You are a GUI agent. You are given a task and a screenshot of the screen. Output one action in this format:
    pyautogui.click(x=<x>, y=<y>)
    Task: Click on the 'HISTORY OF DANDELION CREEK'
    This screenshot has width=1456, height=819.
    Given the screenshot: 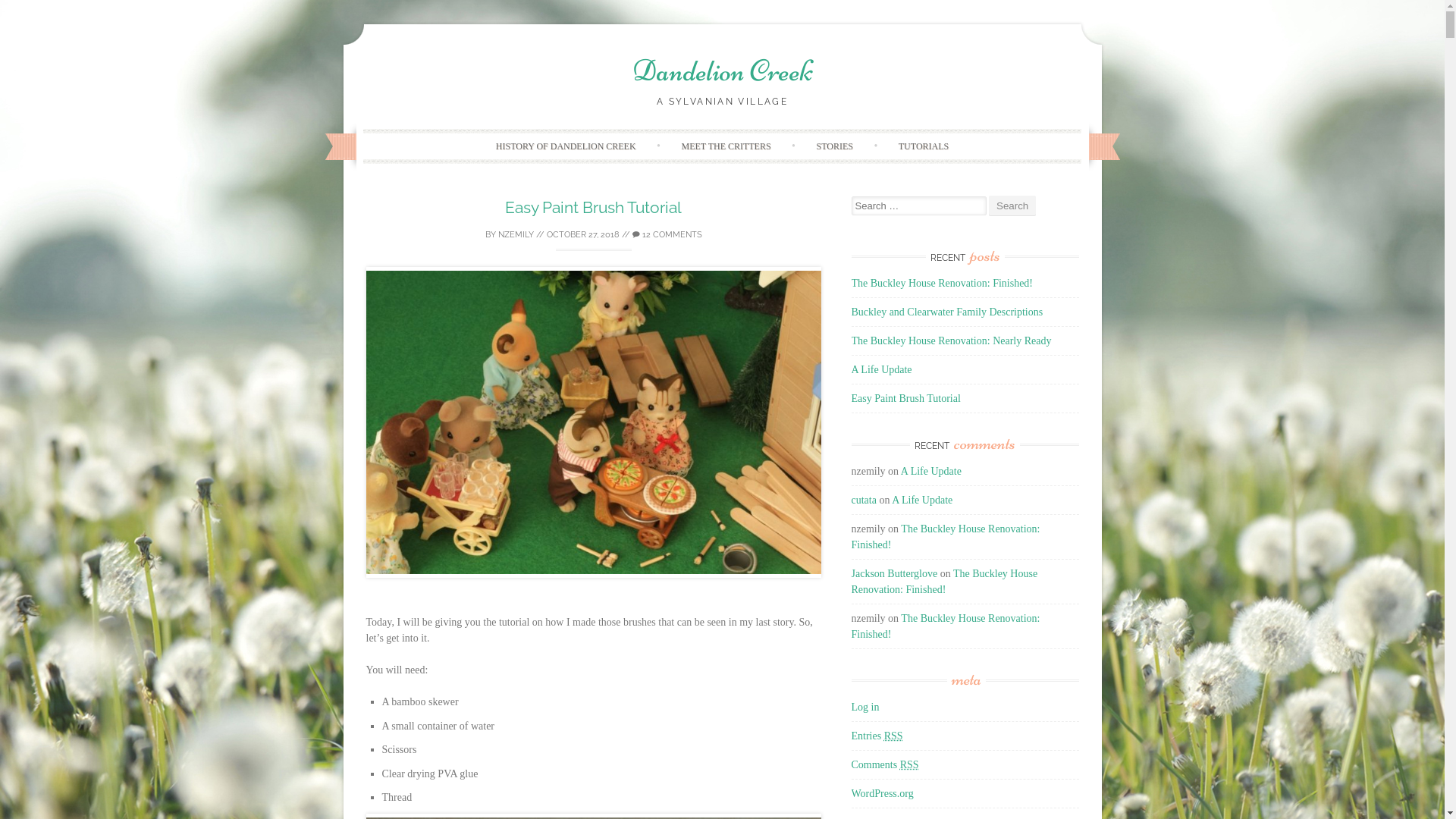 What is the action you would take?
    pyautogui.click(x=476, y=146)
    